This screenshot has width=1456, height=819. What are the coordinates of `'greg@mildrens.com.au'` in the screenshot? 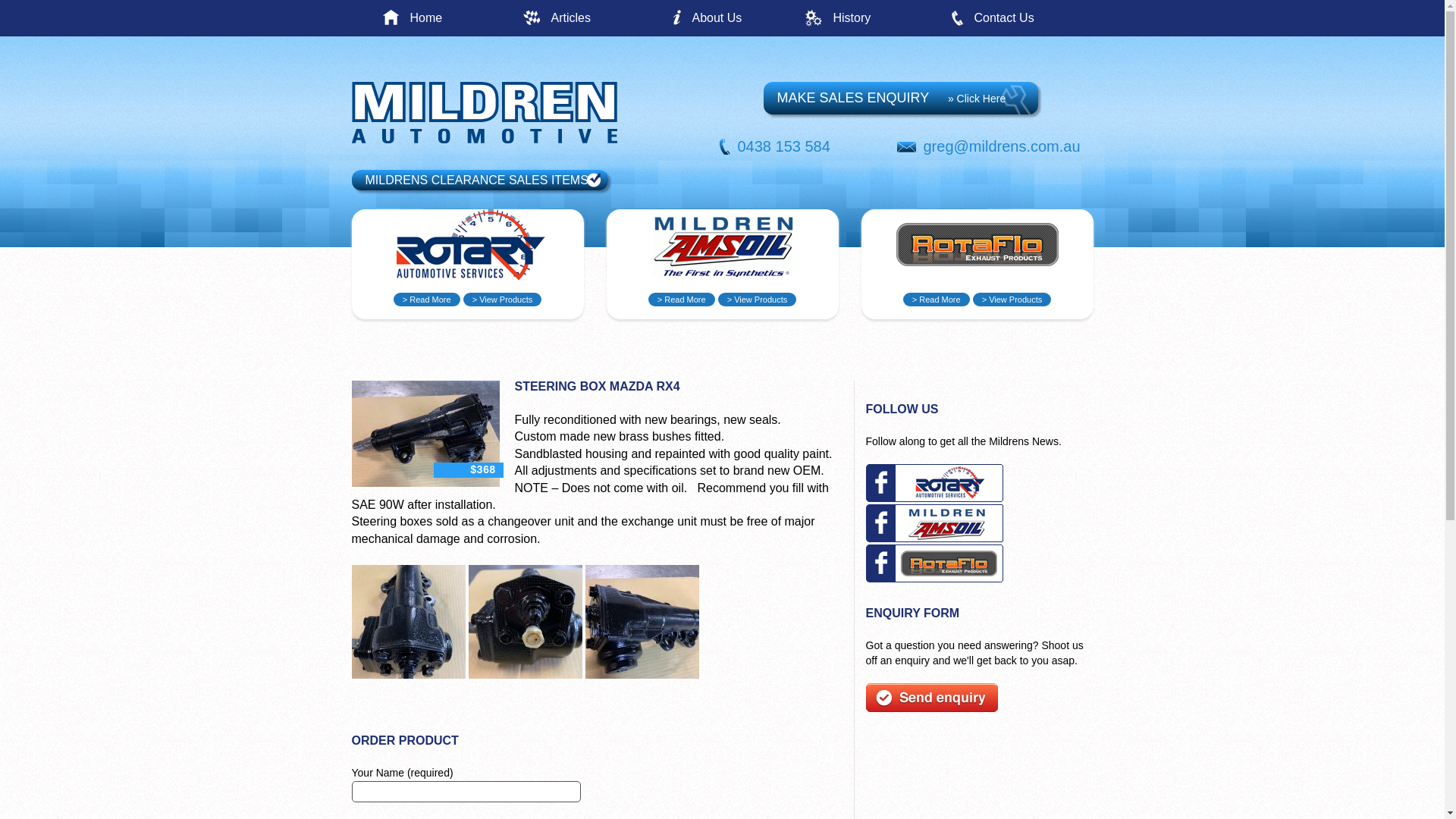 It's located at (1002, 146).